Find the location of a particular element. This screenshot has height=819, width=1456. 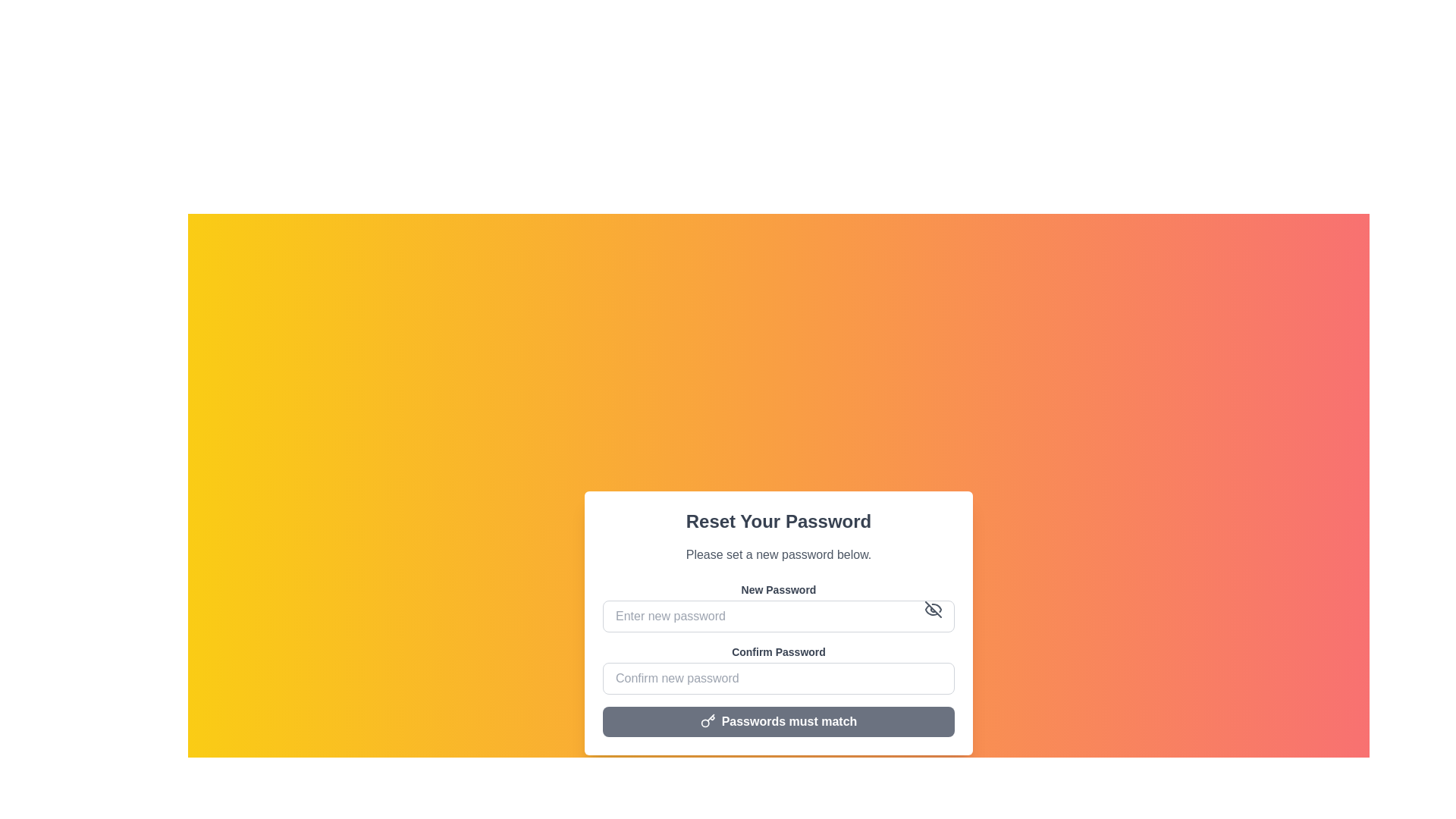

the 'New Password' text label, which is styled in bold gray text and positioned directly above the password input field is located at coordinates (779, 589).